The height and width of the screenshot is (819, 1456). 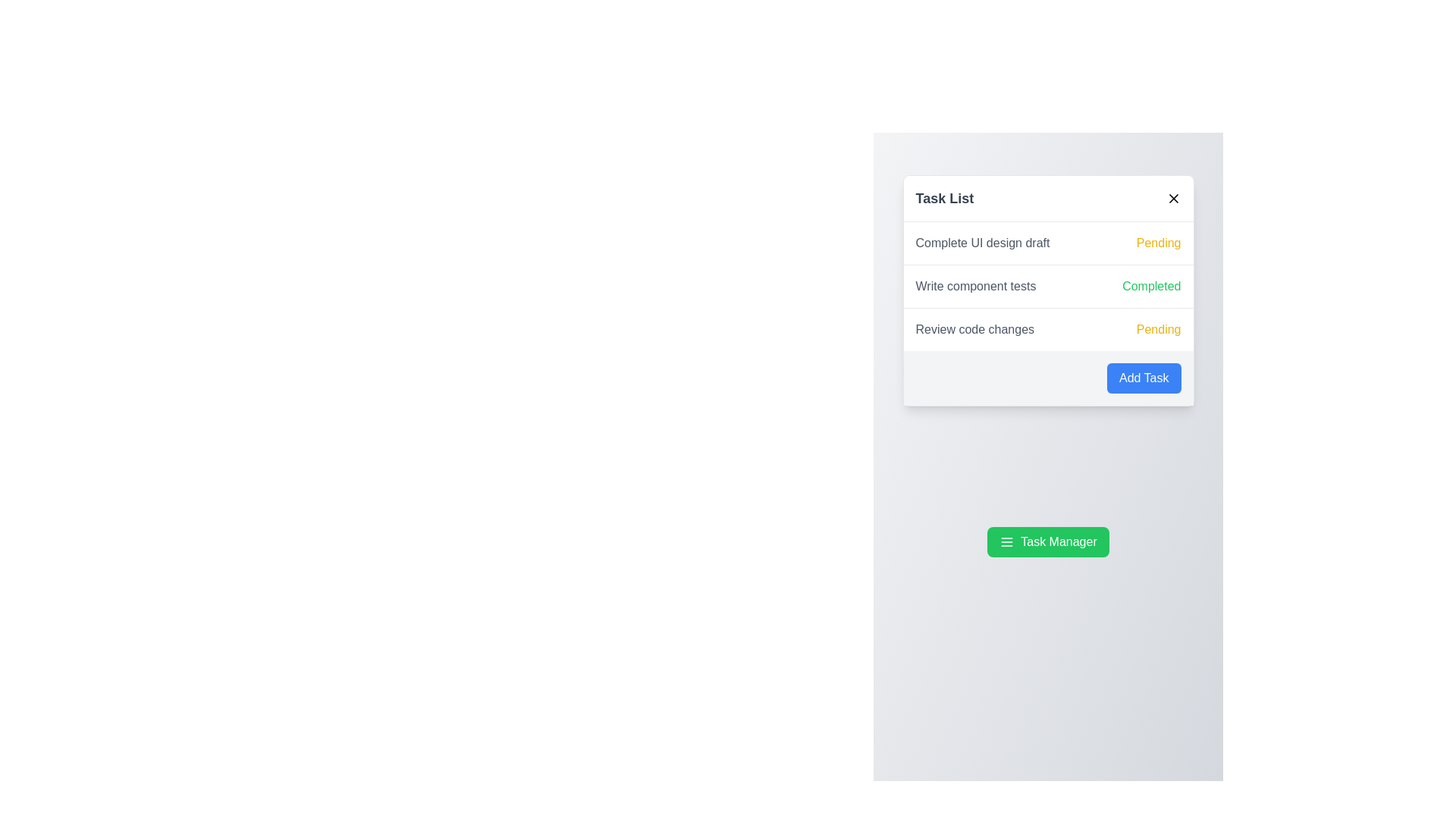 I want to click on the close button (a small 'X' icon) located at the top-right corner of the 'Task List' header, so click(x=1172, y=198).